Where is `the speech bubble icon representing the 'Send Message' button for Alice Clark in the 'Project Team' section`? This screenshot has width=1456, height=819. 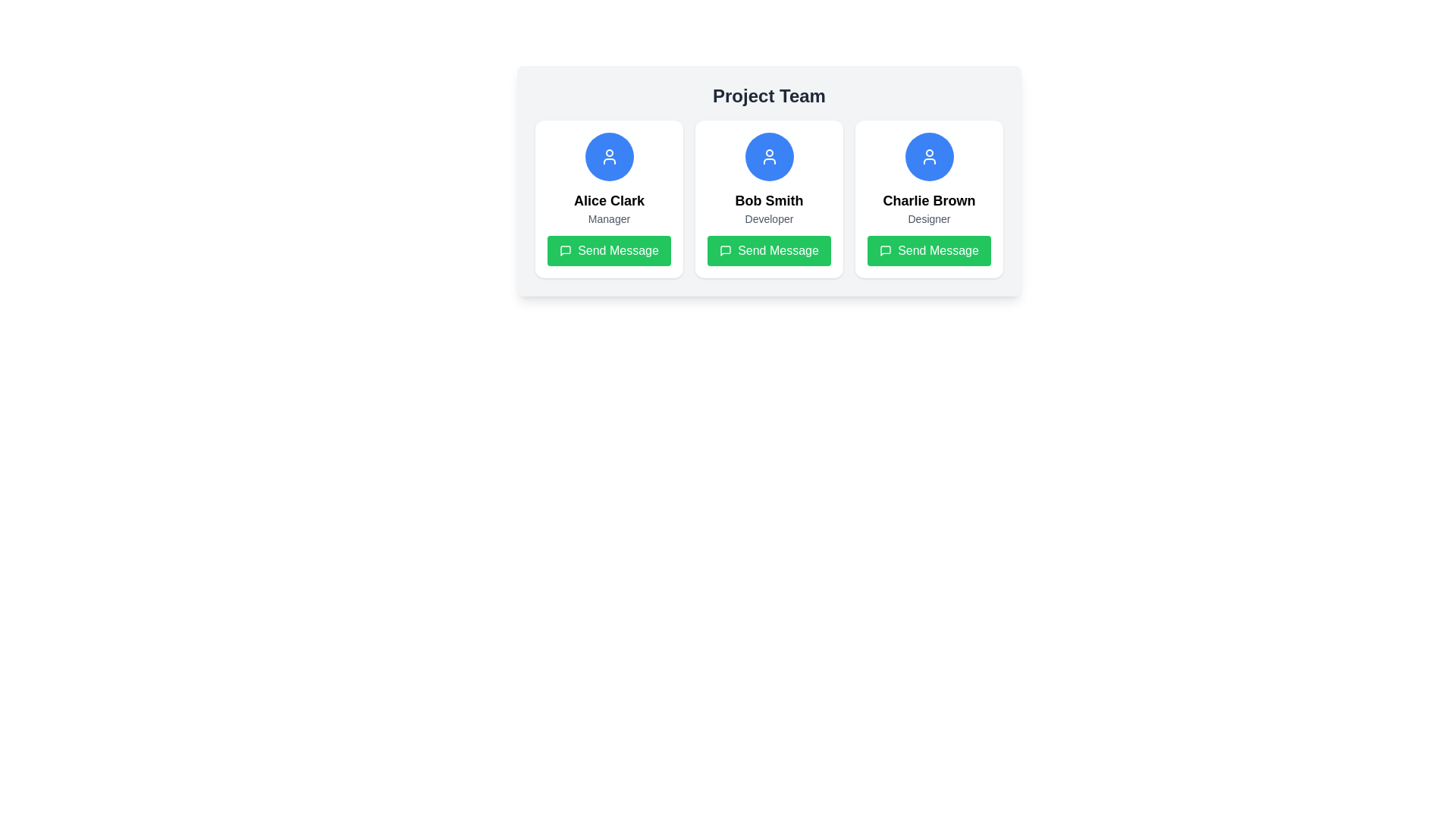 the speech bubble icon representing the 'Send Message' button for Alice Clark in the 'Project Team' section is located at coordinates (565, 250).